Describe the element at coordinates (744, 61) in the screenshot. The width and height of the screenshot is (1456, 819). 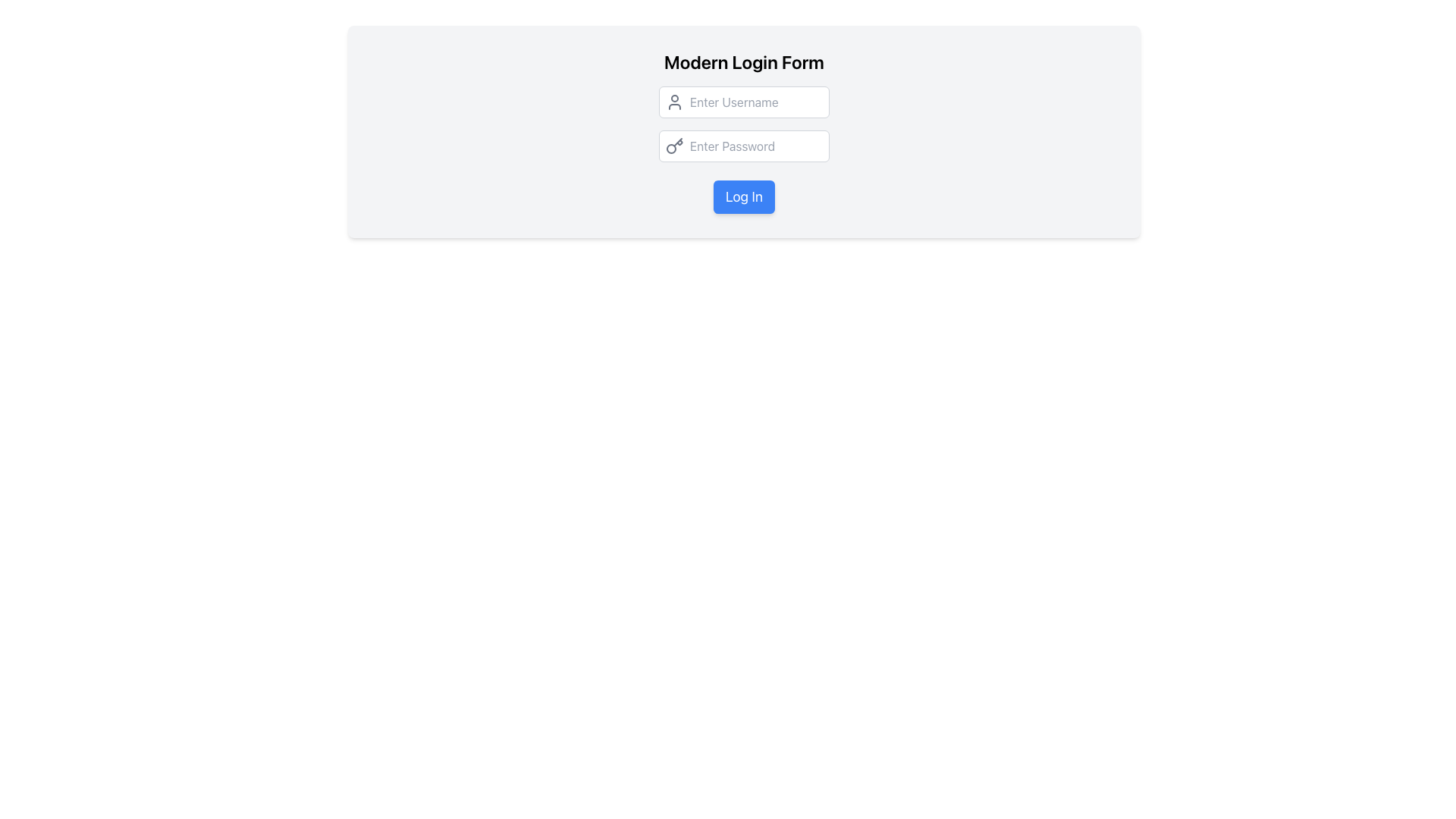
I see `the header text reading 'Modern Login Form', which is styled in bold and large font at the top center of the login form` at that location.